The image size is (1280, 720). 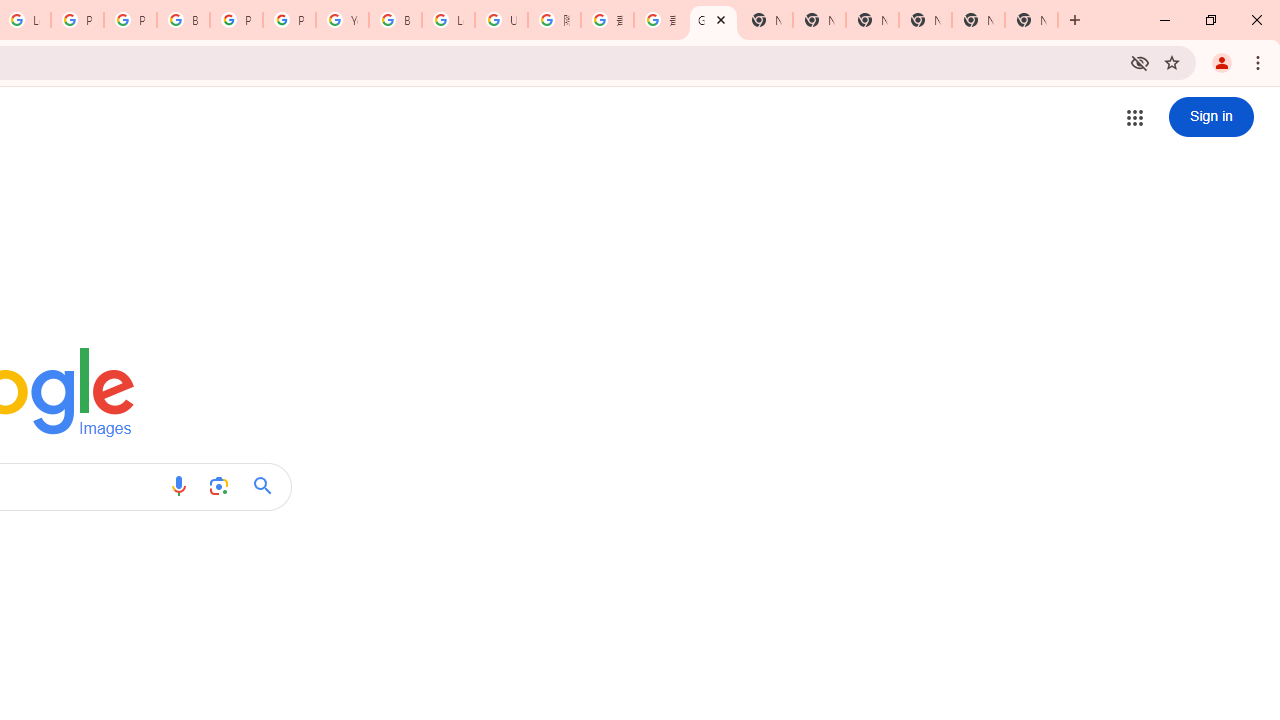 What do you see at coordinates (713, 20) in the screenshot?
I see `'Google Images'` at bounding box center [713, 20].